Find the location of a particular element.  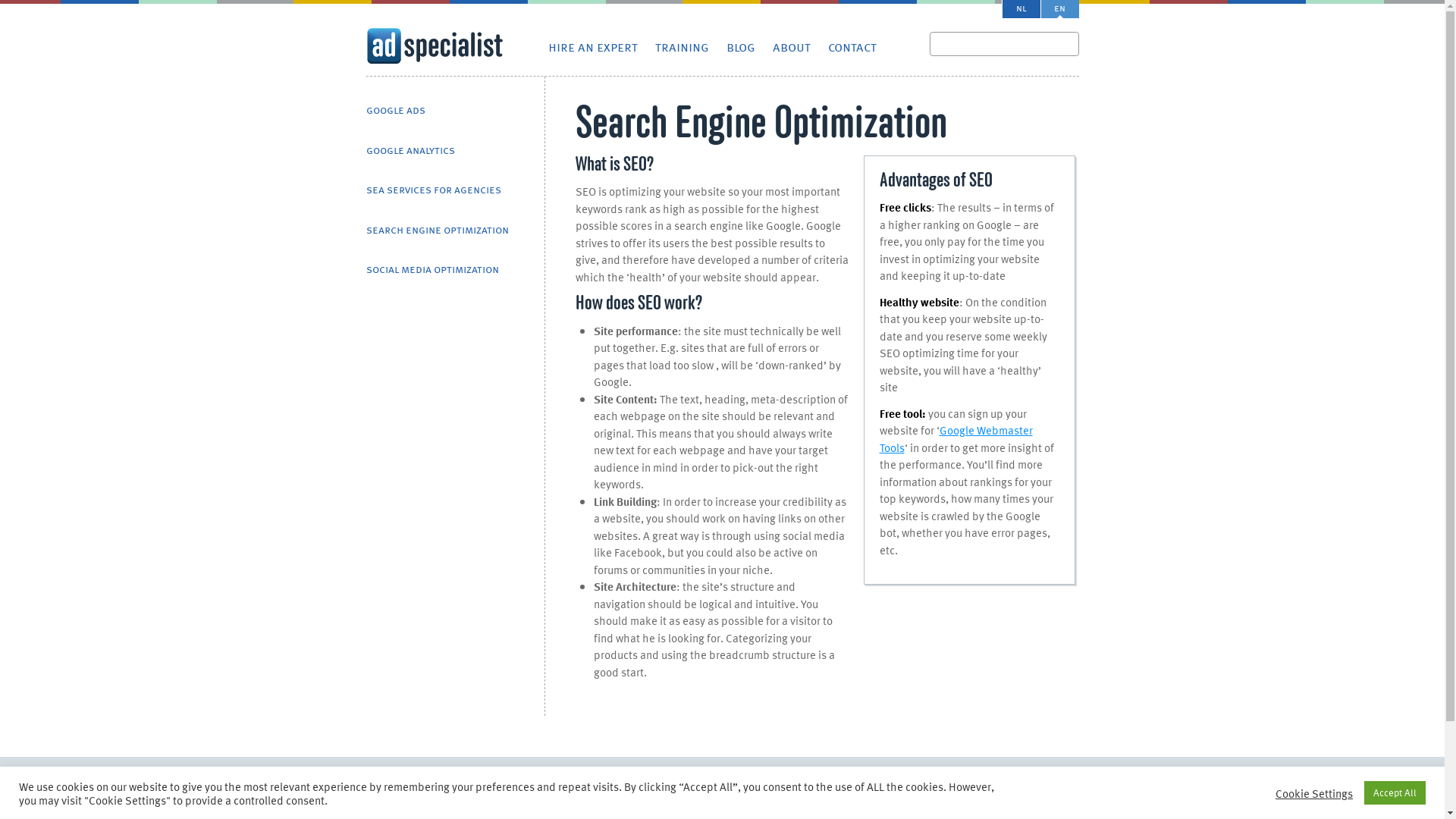

'Cookie Settings' is located at coordinates (1274, 792).